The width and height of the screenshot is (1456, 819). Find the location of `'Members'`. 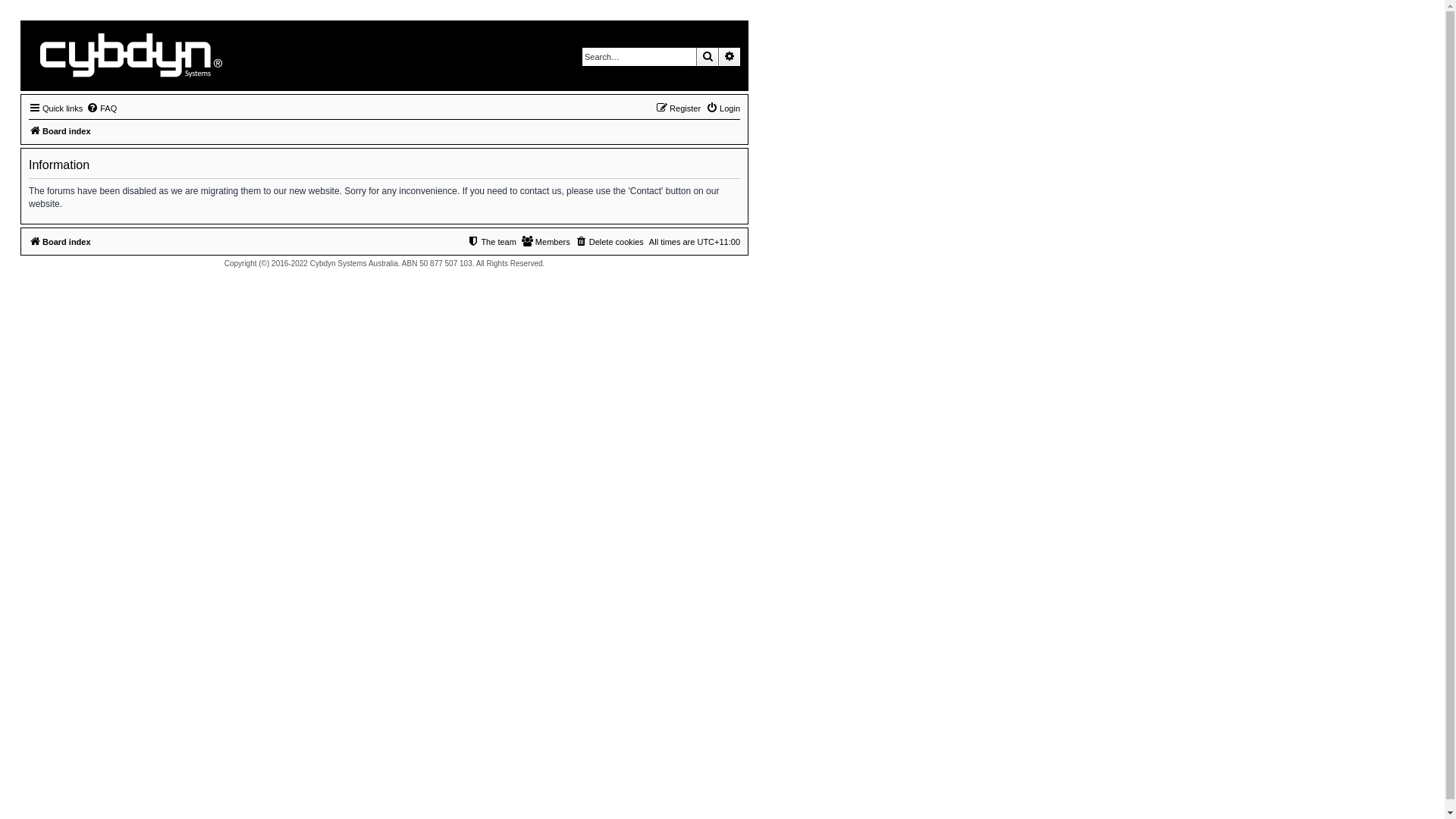

'Members' is located at coordinates (546, 241).